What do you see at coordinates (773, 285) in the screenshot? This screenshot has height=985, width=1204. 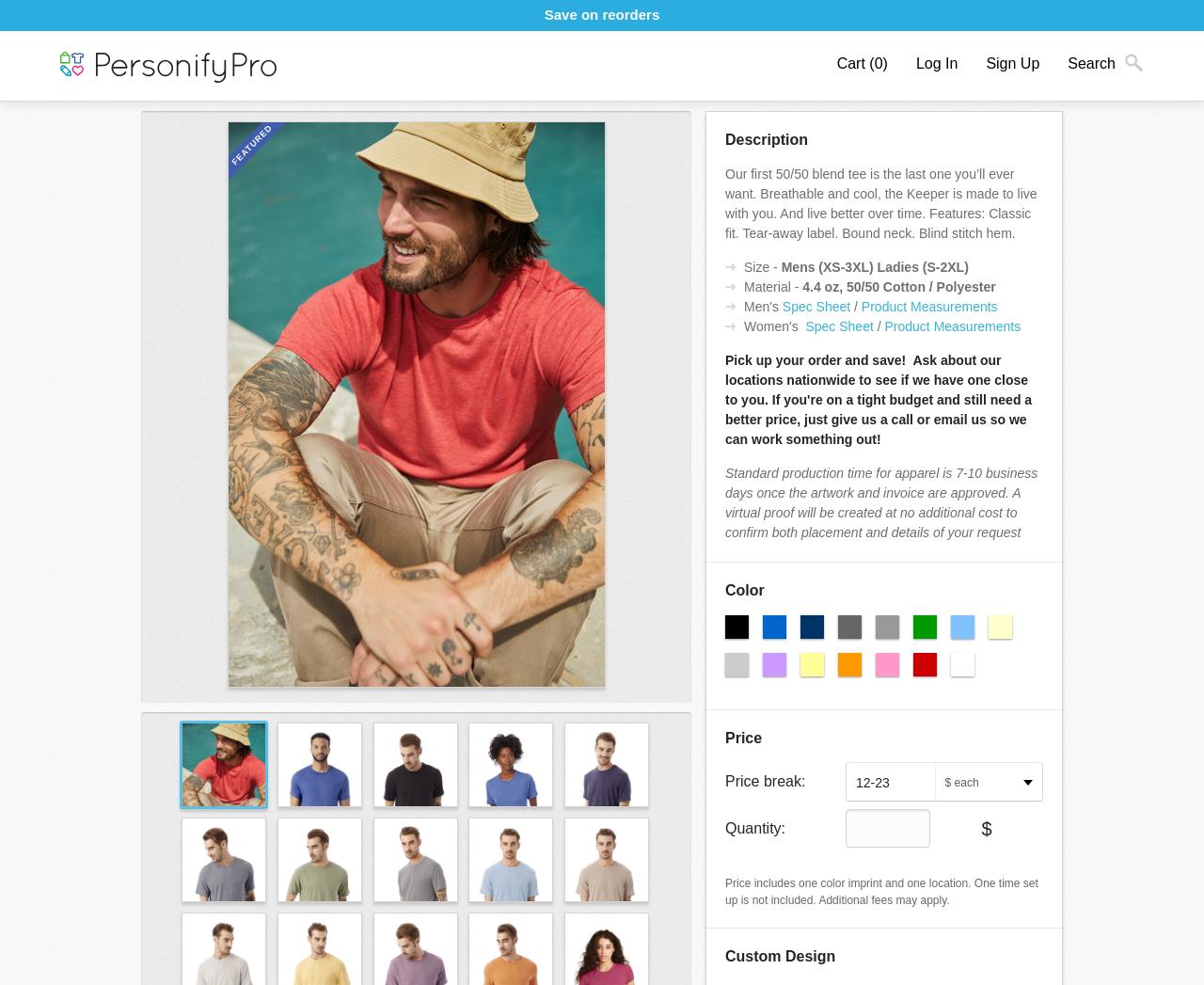 I see `'Material -'` at bounding box center [773, 285].